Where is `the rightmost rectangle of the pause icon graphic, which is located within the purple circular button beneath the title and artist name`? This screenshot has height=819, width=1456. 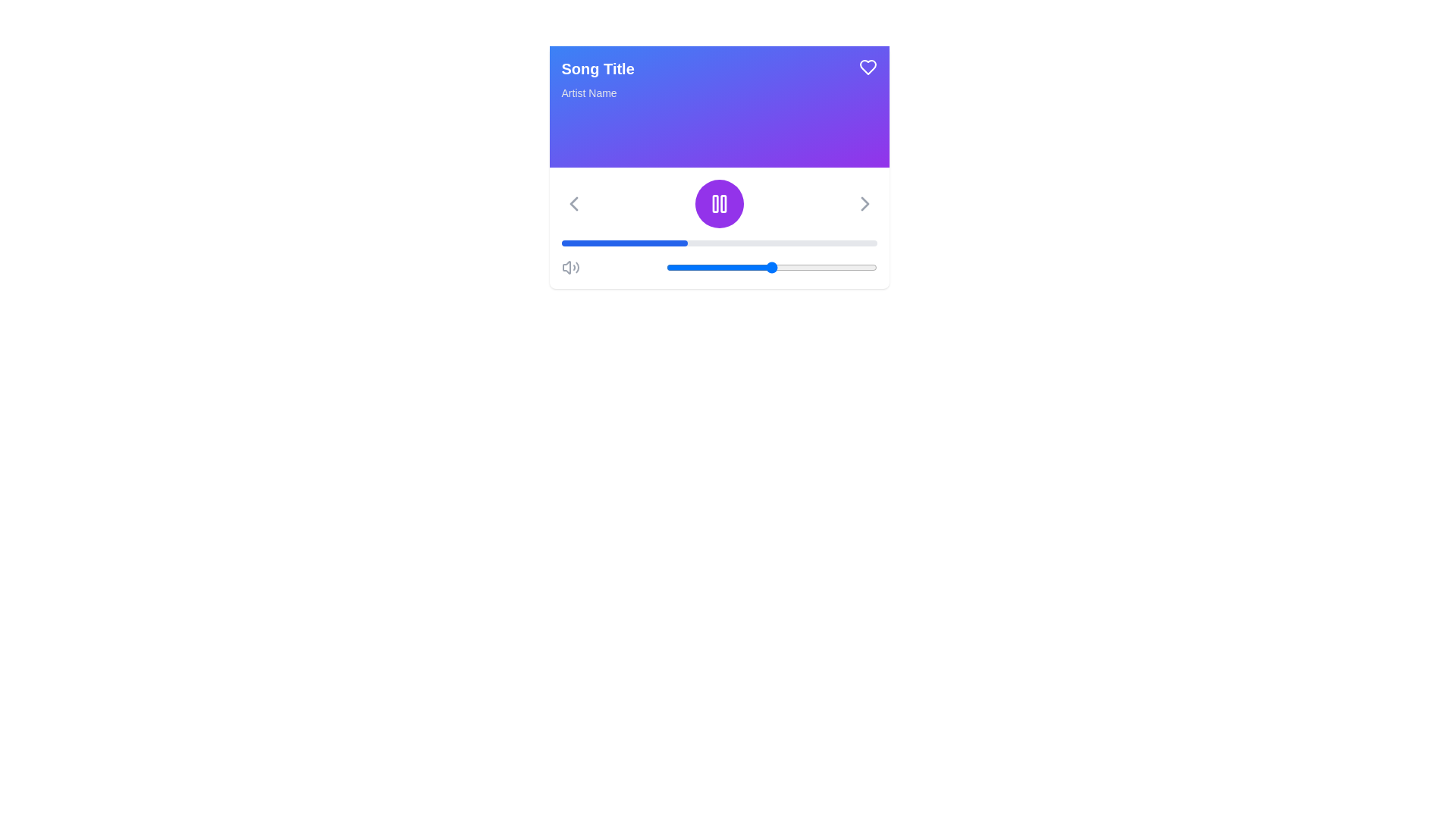 the rightmost rectangle of the pause icon graphic, which is located within the purple circular button beneath the title and artist name is located at coordinates (722, 203).